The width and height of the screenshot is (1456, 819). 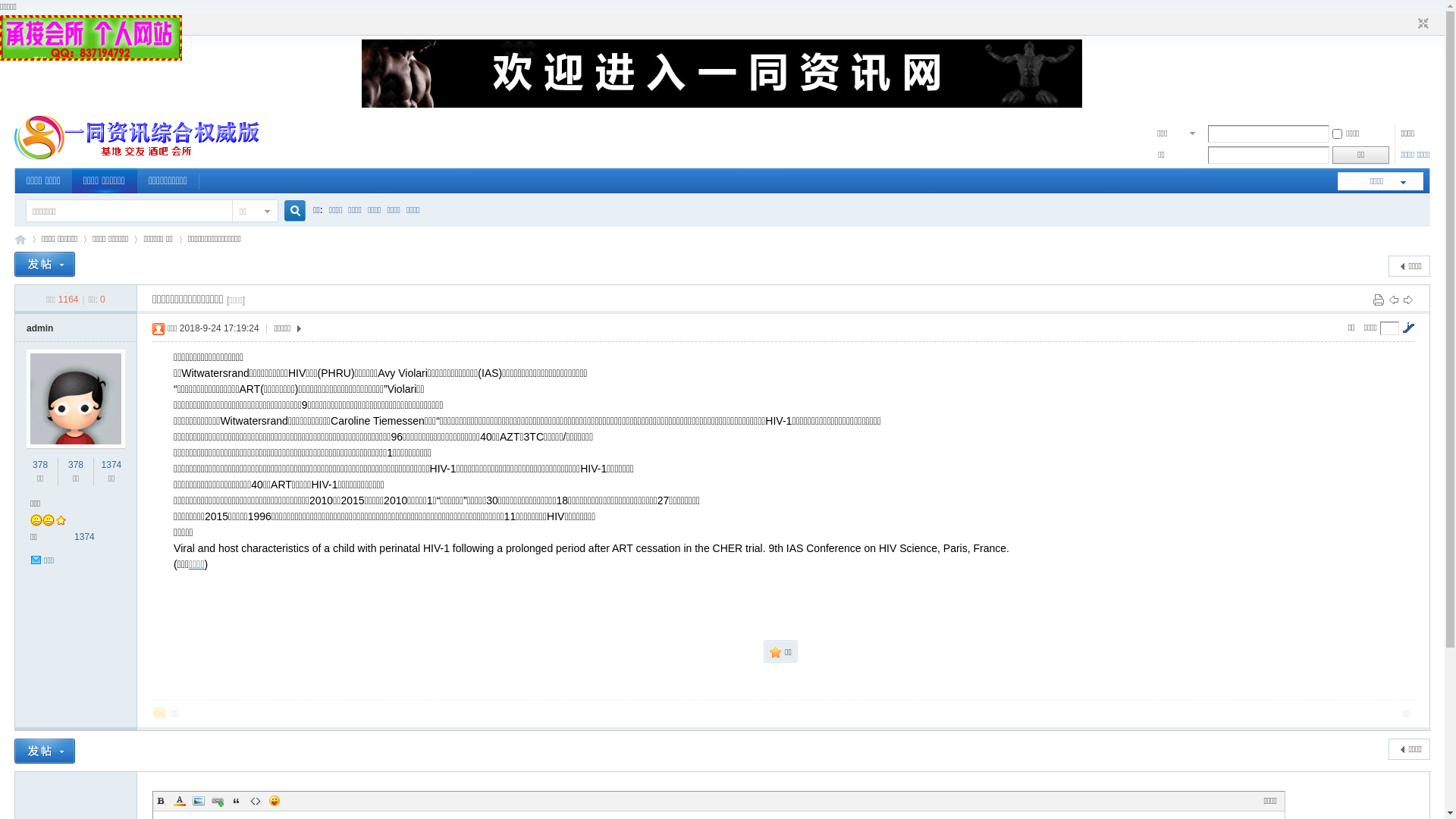 I want to click on 'Smilies', so click(x=274, y=800).